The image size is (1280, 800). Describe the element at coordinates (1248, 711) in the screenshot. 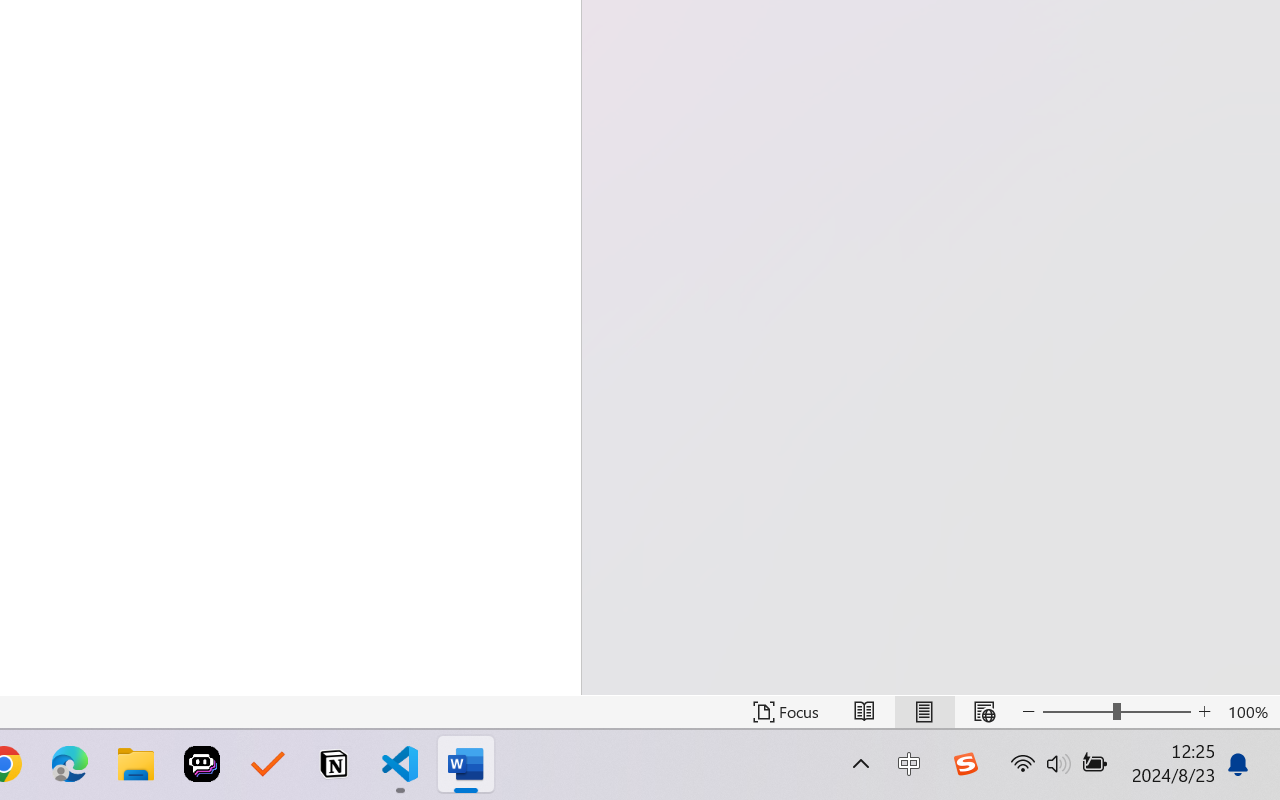

I see `'Zoom 100%'` at that location.